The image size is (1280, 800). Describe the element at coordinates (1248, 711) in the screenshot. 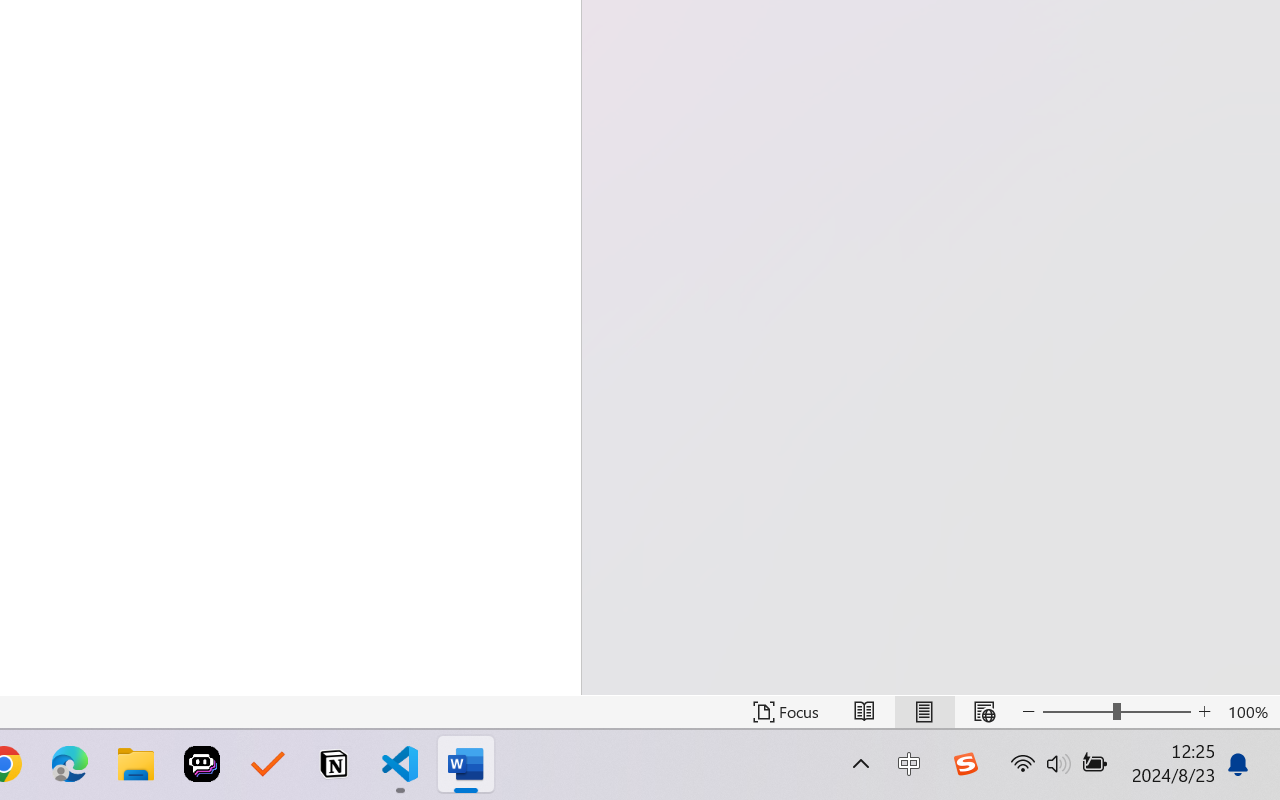

I see `'Zoom 100%'` at that location.